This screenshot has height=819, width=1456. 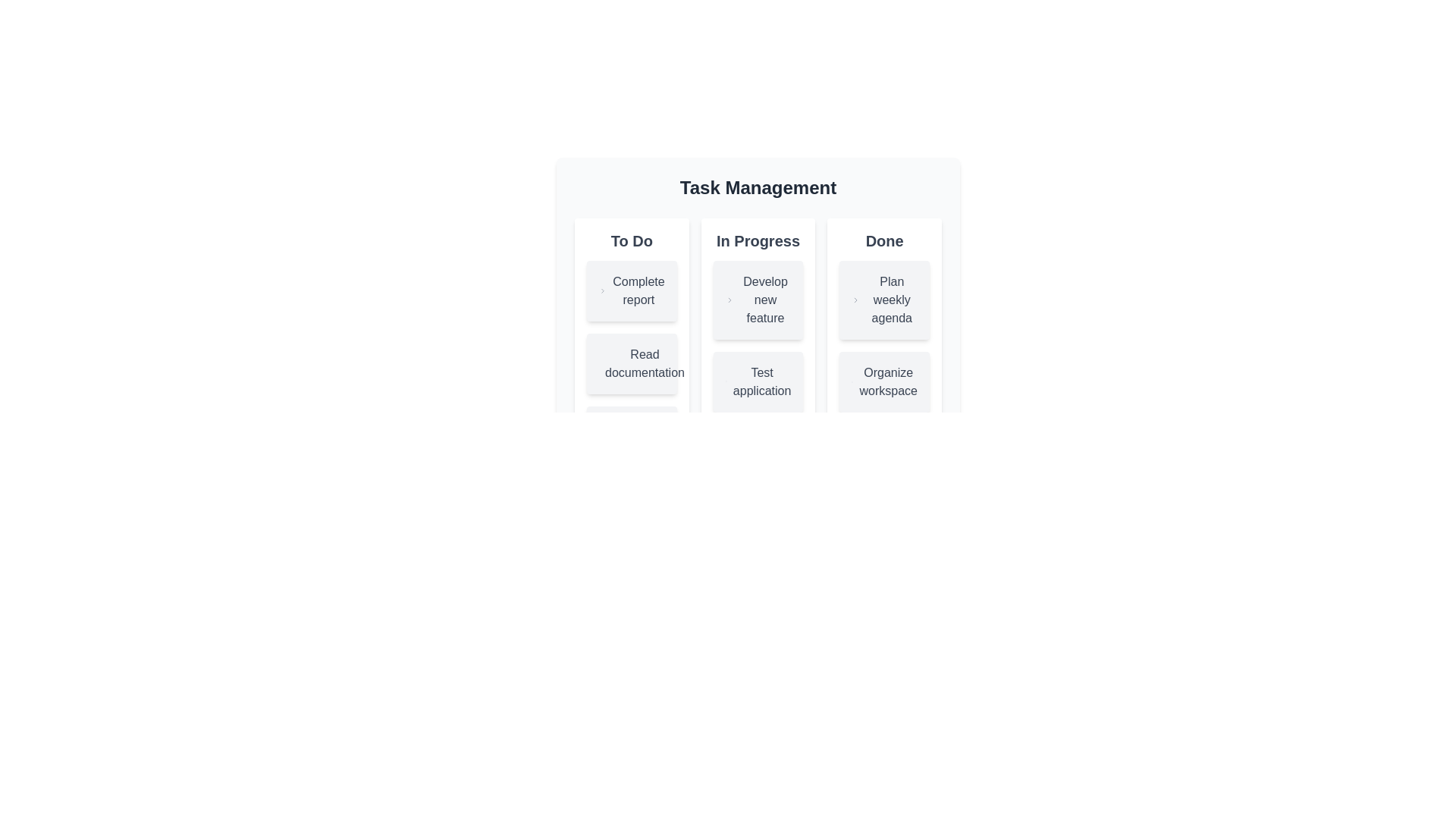 I want to click on the subtasks in the 'Done' column of the task management interface, so click(x=884, y=335).